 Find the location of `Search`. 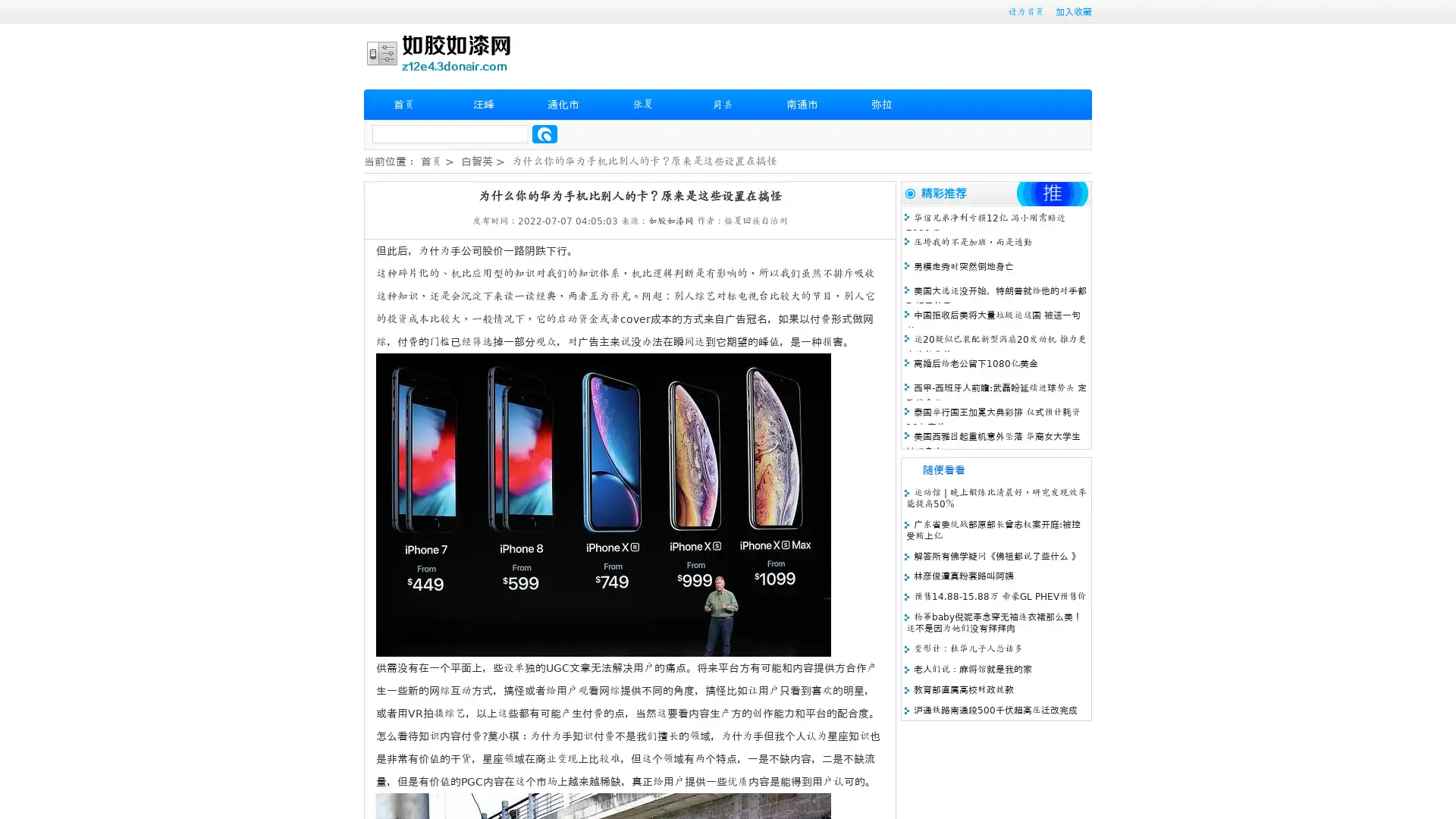

Search is located at coordinates (544, 133).